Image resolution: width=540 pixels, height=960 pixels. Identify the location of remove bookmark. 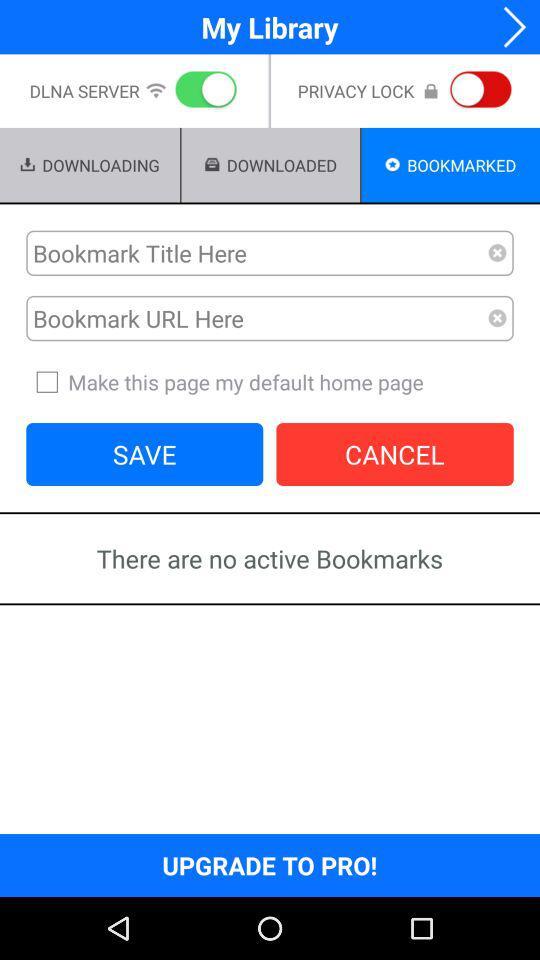
(496, 318).